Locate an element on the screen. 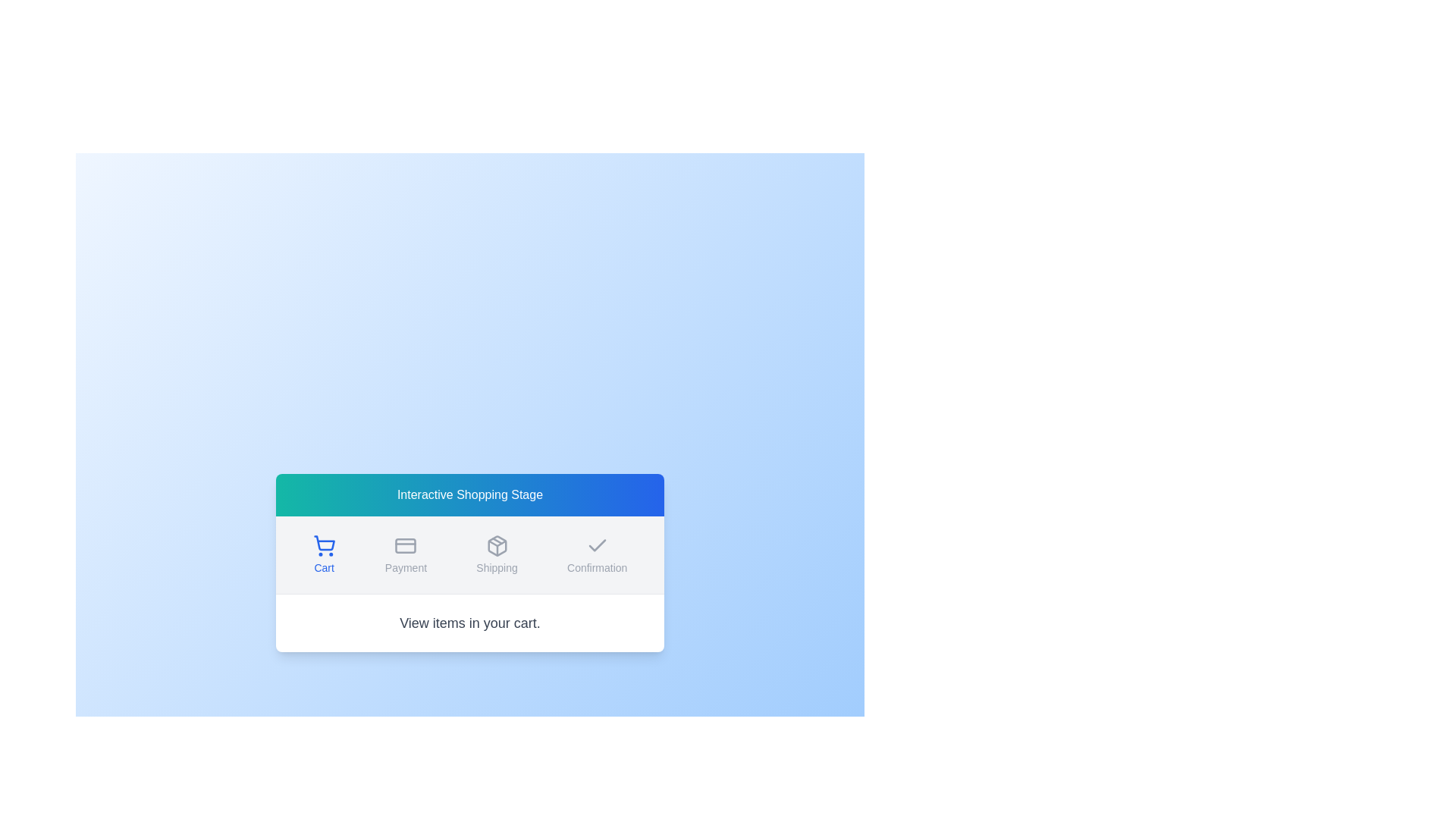 This screenshot has height=819, width=1456. the checkmark icon located in the 'Confirmation' section of the step navigation bar, indicating a completed step or selected option is located at coordinates (596, 544).